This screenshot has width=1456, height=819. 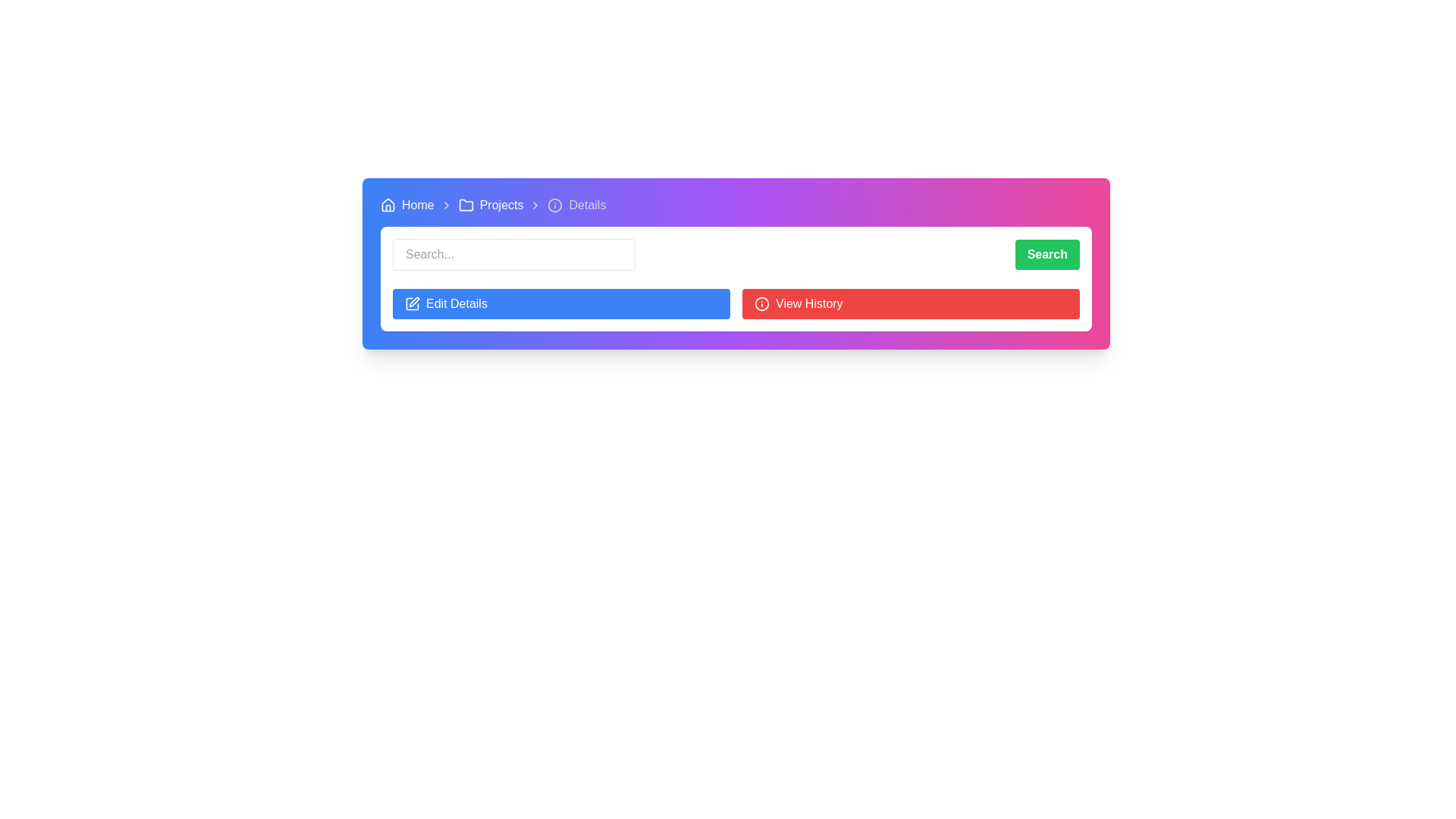 I want to click on the leftmost button in the two-button group at the top section of the interface, so click(x=560, y=304).